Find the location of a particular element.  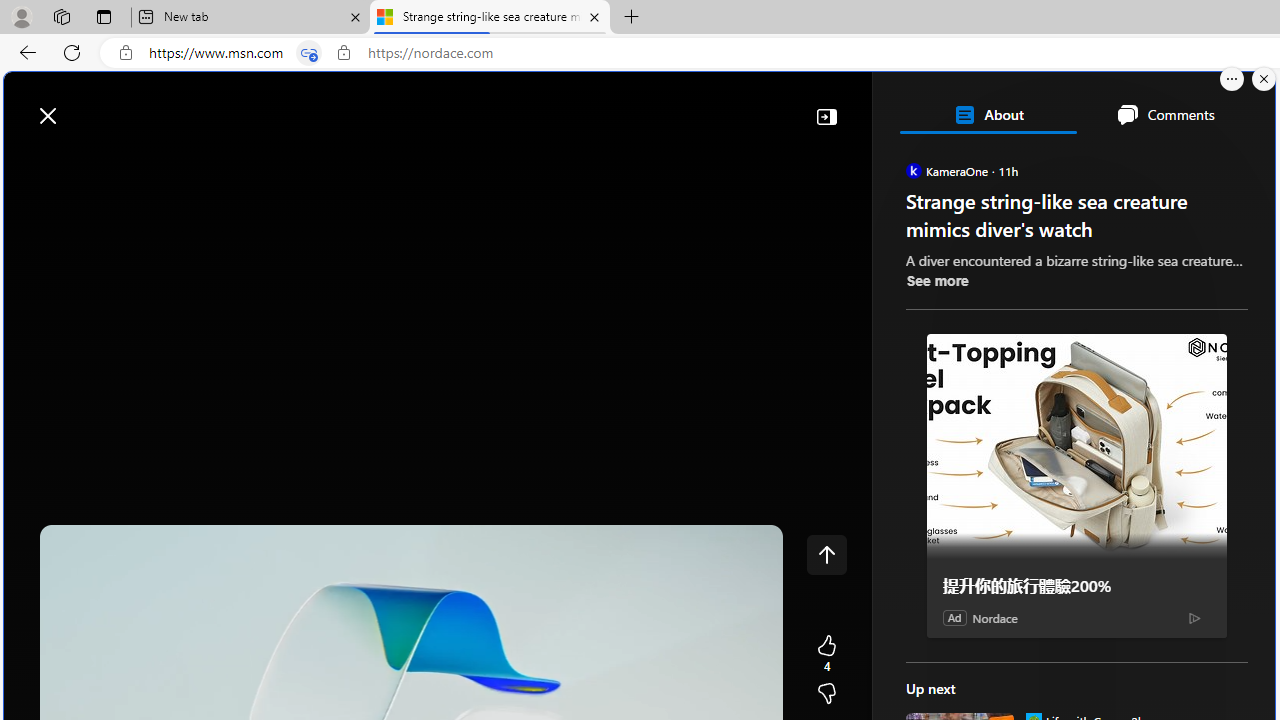

'Skip to footer' is located at coordinates (81, 105).